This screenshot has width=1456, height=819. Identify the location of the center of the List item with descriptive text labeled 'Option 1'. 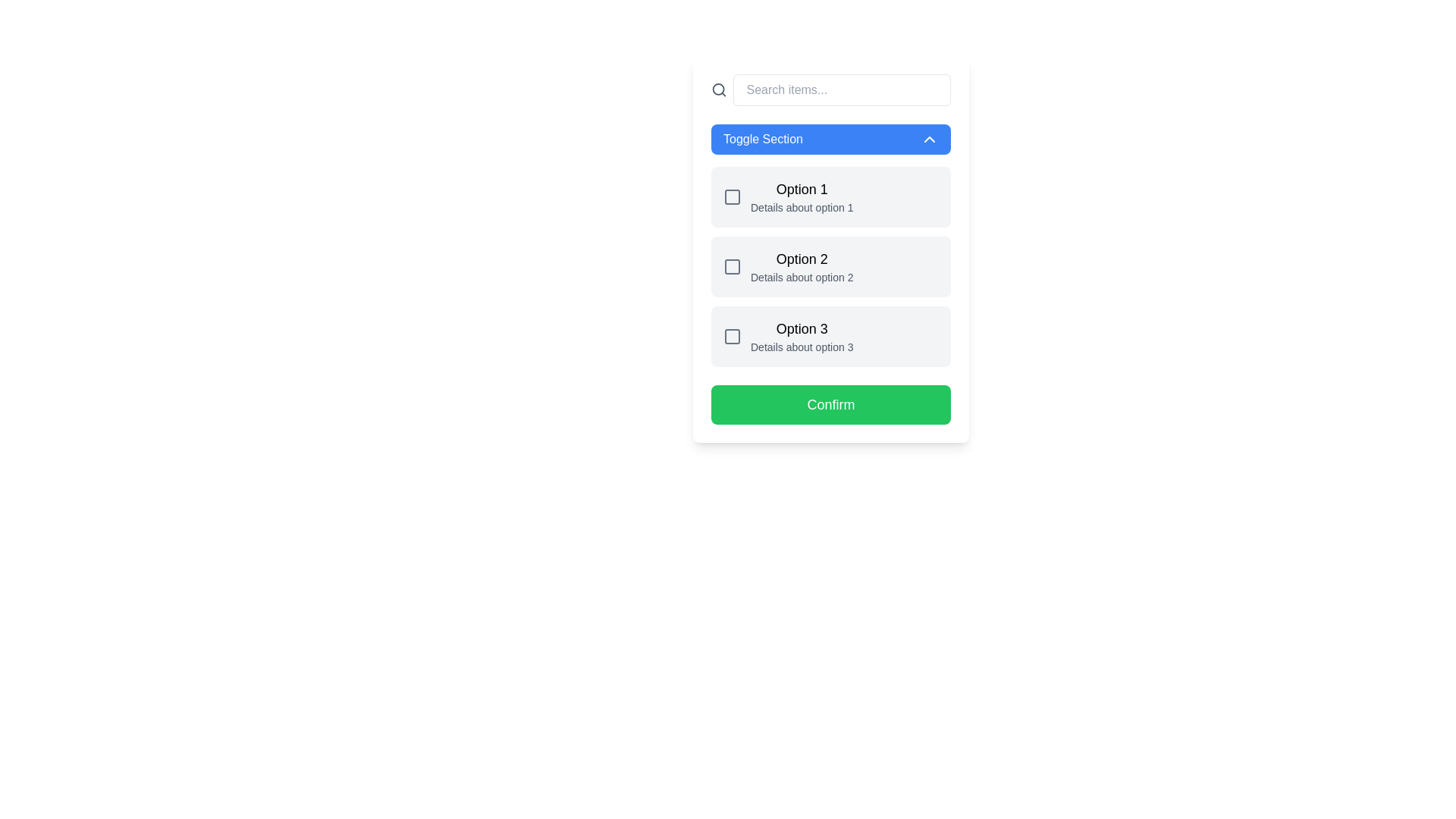
(801, 196).